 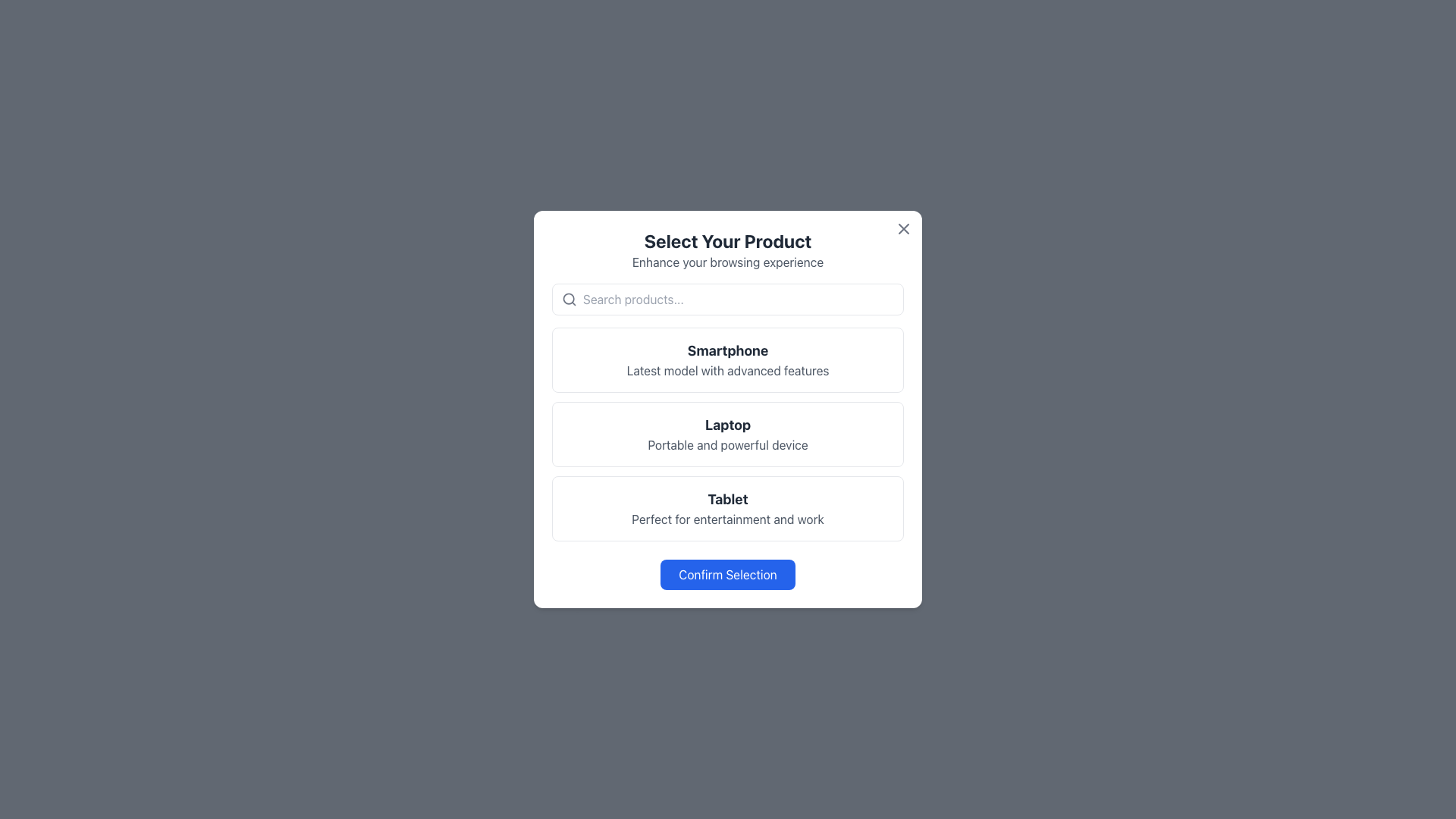 What do you see at coordinates (728, 575) in the screenshot?
I see `the confirm button located at the bottom-center of the dialog box to finalize the user's selection` at bounding box center [728, 575].